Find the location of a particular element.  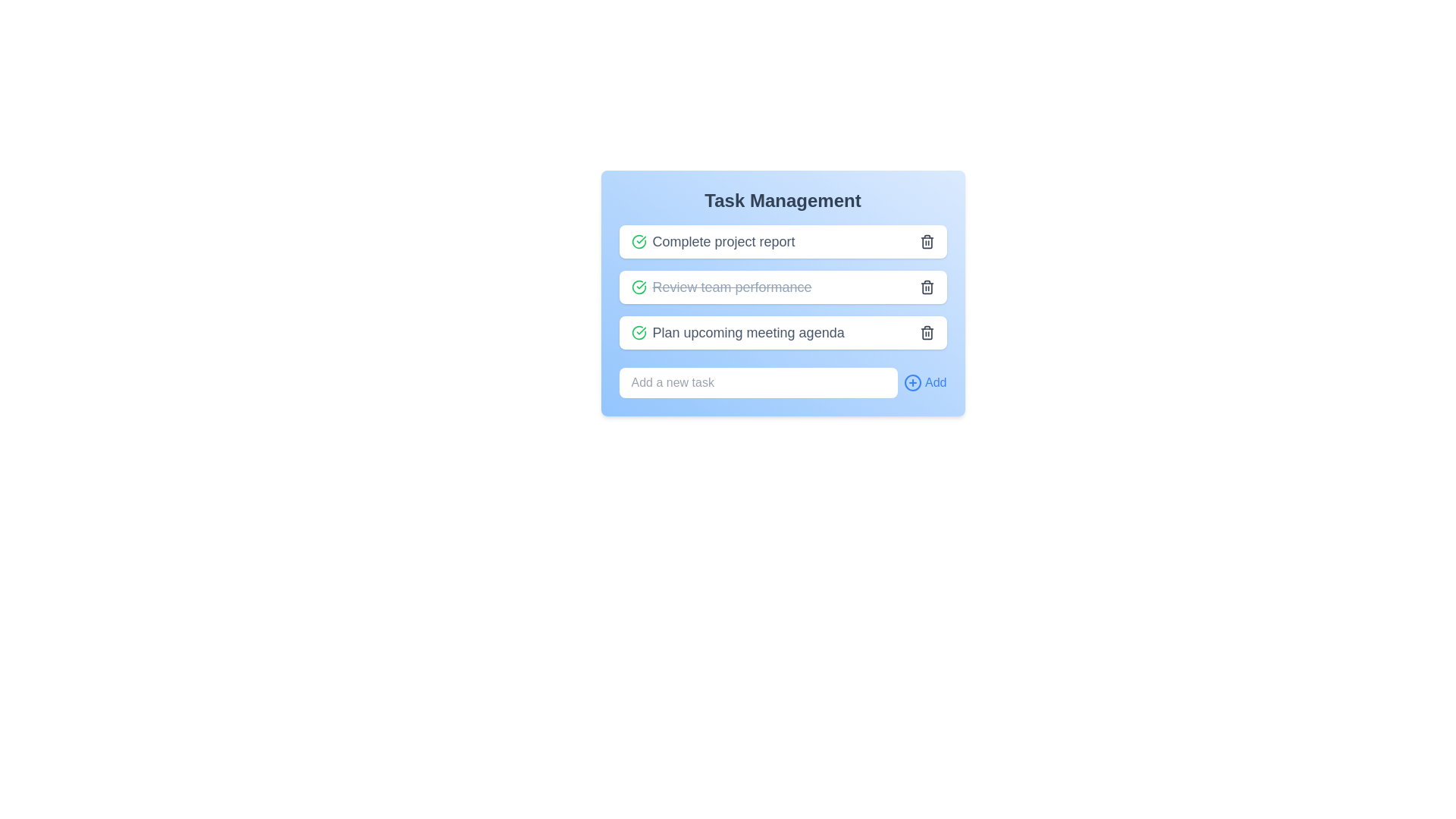

the Trash body icon, which is part of the delete functionality and located to the far right of the second task item, adjacent to the text 'Review team performance' is located at coordinates (926, 288).